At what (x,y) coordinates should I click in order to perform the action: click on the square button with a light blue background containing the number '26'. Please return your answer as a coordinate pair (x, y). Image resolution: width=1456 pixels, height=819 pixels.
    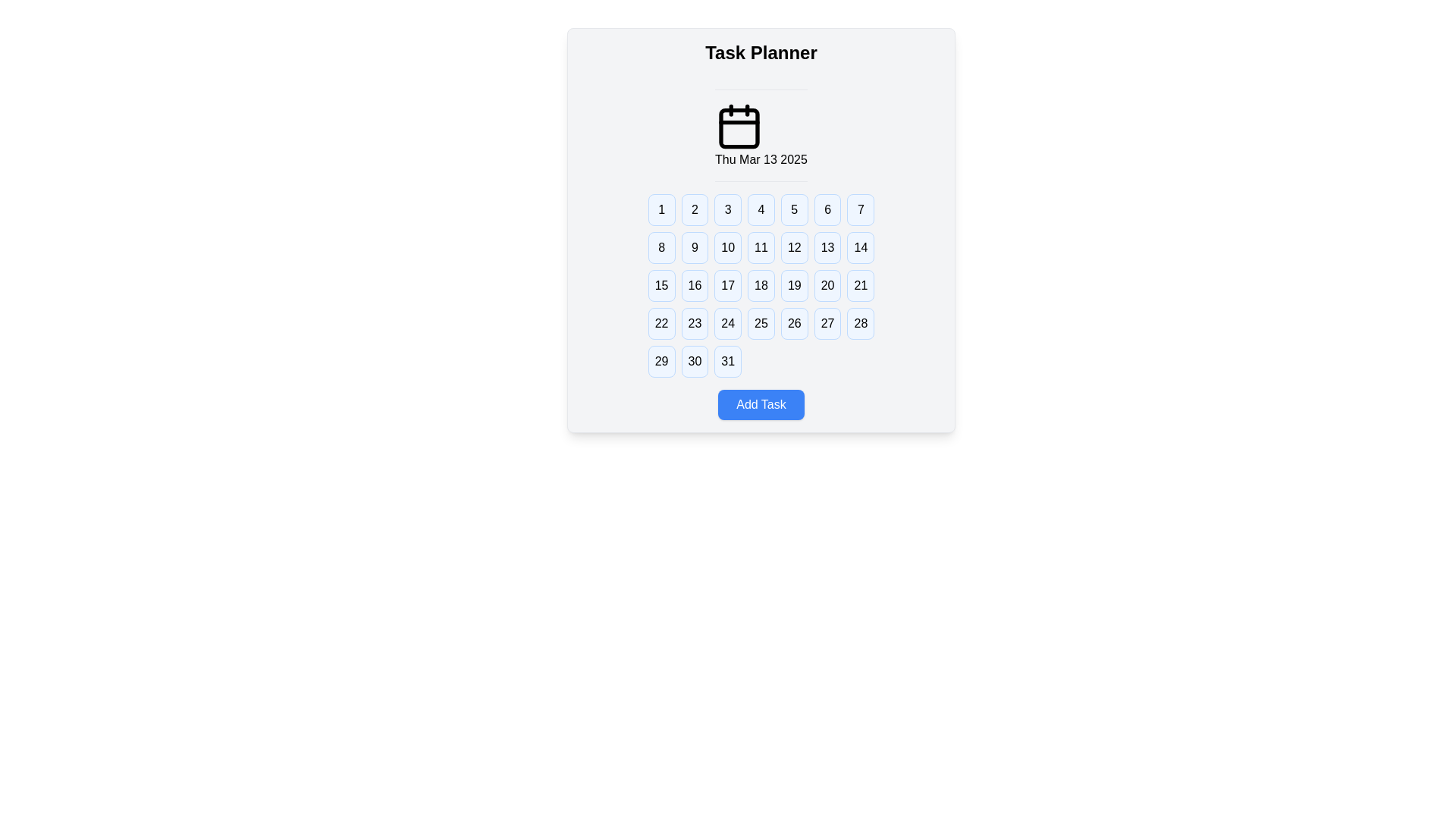
    Looking at the image, I should click on (793, 323).